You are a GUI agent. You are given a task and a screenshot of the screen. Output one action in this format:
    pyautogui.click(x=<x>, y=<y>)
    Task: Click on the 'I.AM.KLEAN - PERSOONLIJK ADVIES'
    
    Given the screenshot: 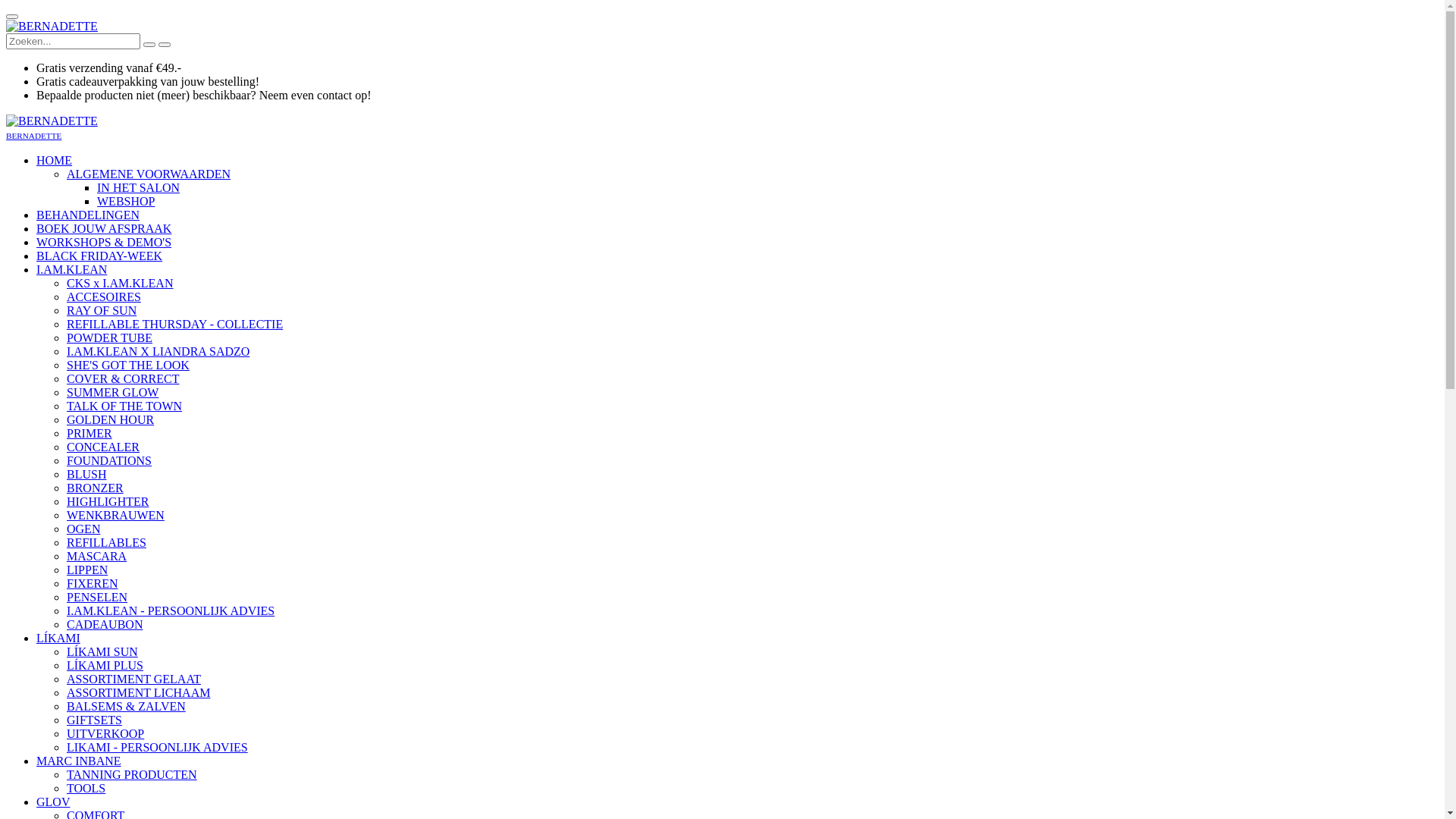 What is the action you would take?
    pyautogui.click(x=171, y=610)
    